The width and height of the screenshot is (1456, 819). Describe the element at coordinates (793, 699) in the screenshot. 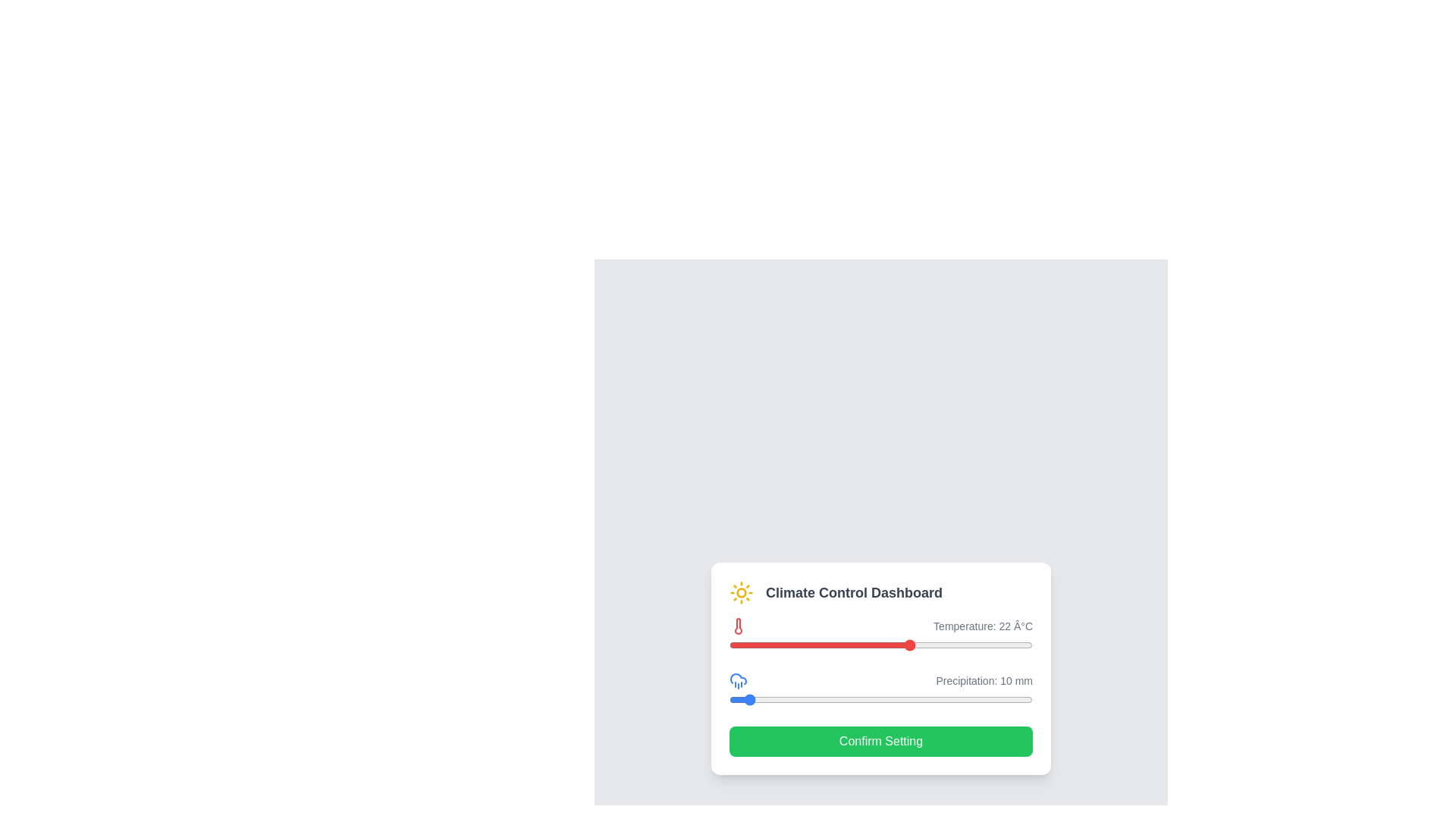

I see `the precipitation slider to 43 mm` at that location.